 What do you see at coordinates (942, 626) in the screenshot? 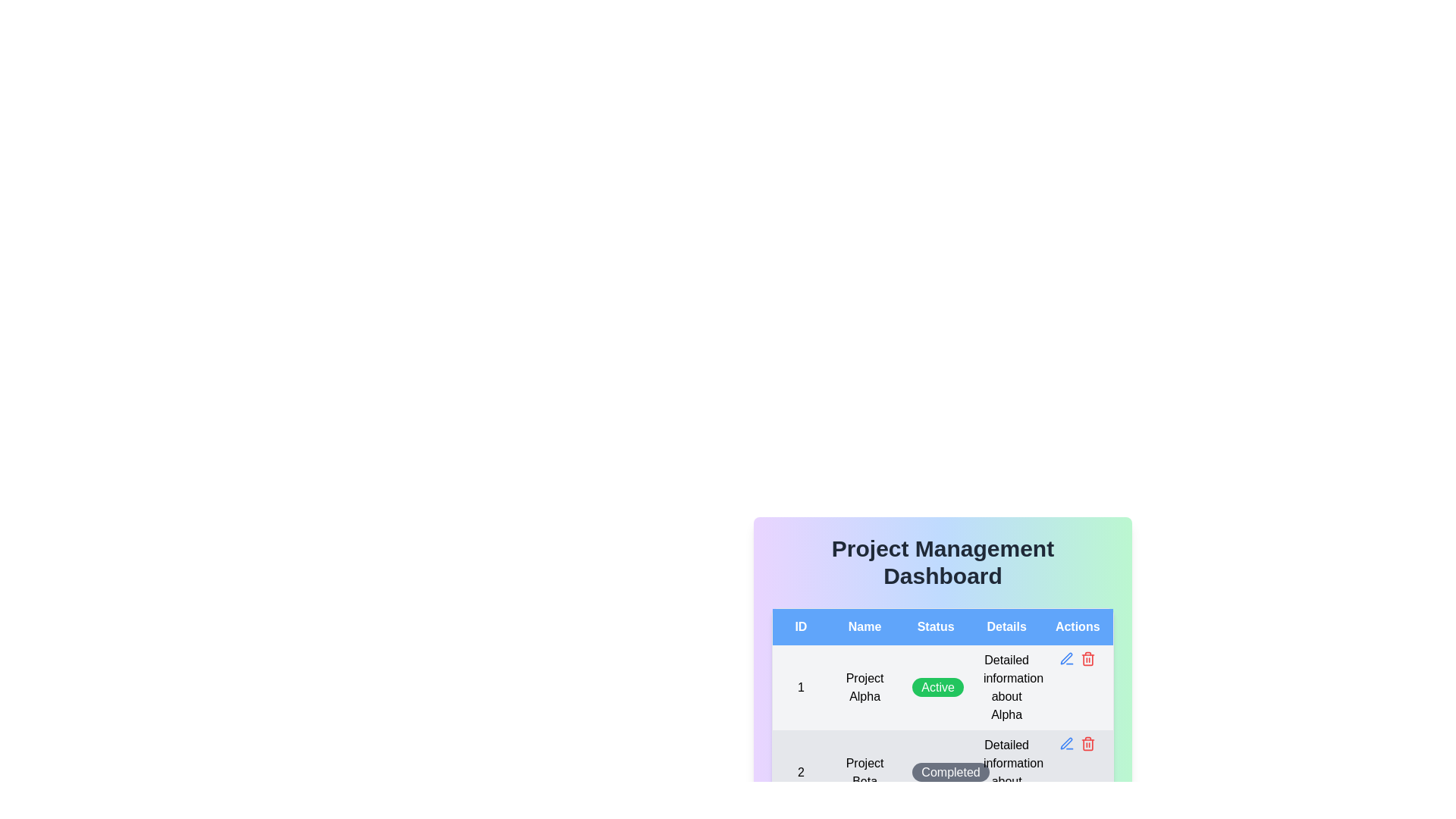
I see `text contents of the table header row with a blue background and white text, containing the headers 'ID', 'Name', 'Status', 'Details', and 'Actions'` at bounding box center [942, 626].